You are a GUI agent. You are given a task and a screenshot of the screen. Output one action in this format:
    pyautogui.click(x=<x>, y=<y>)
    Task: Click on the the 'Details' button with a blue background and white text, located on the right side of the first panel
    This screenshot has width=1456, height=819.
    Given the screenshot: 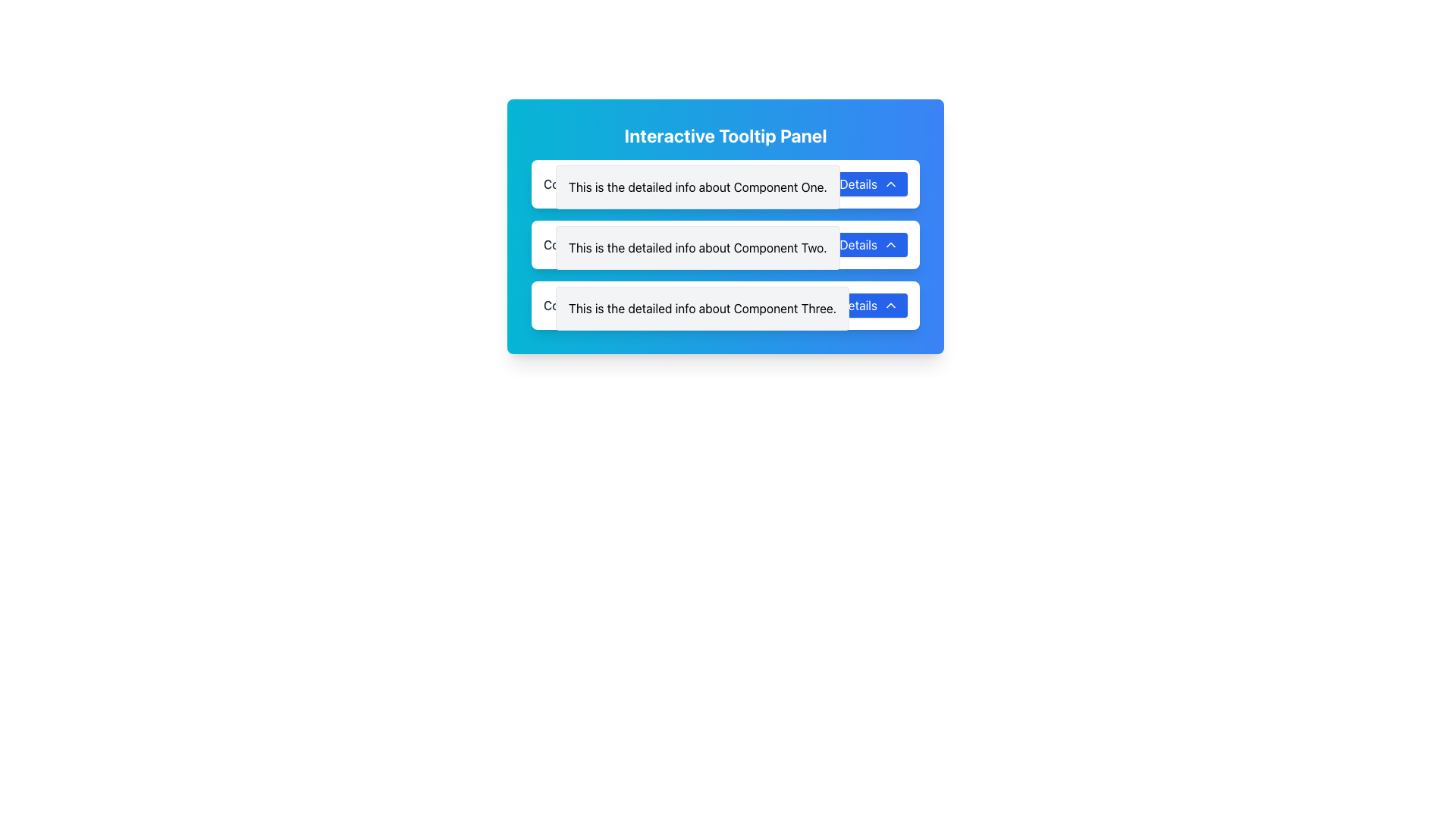 What is the action you would take?
    pyautogui.click(x=869, y=184)
    